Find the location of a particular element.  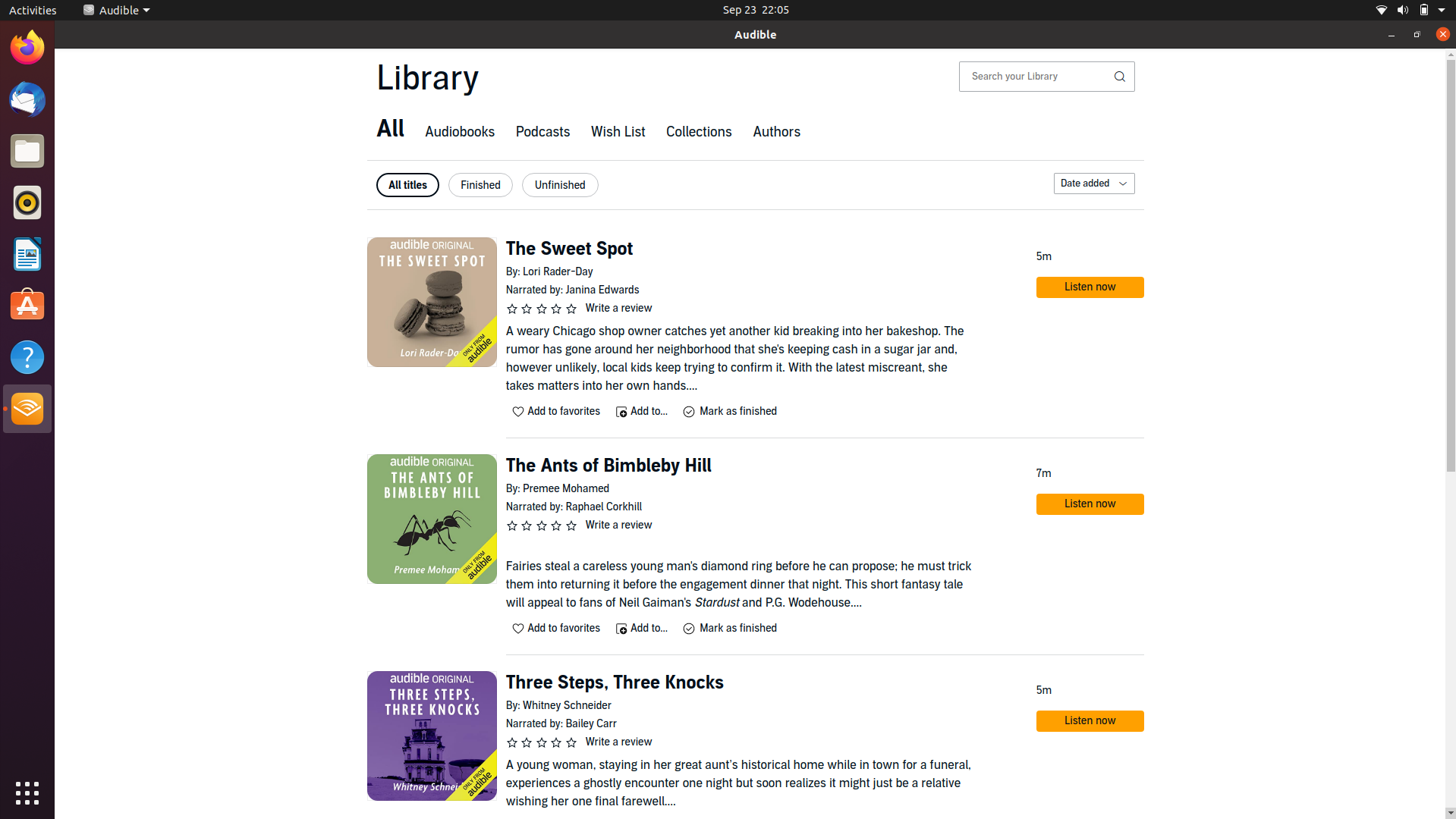

Locate "The 7 Habits of Highly Effective People" by using the search feature is located at coordinates (1035, 76).